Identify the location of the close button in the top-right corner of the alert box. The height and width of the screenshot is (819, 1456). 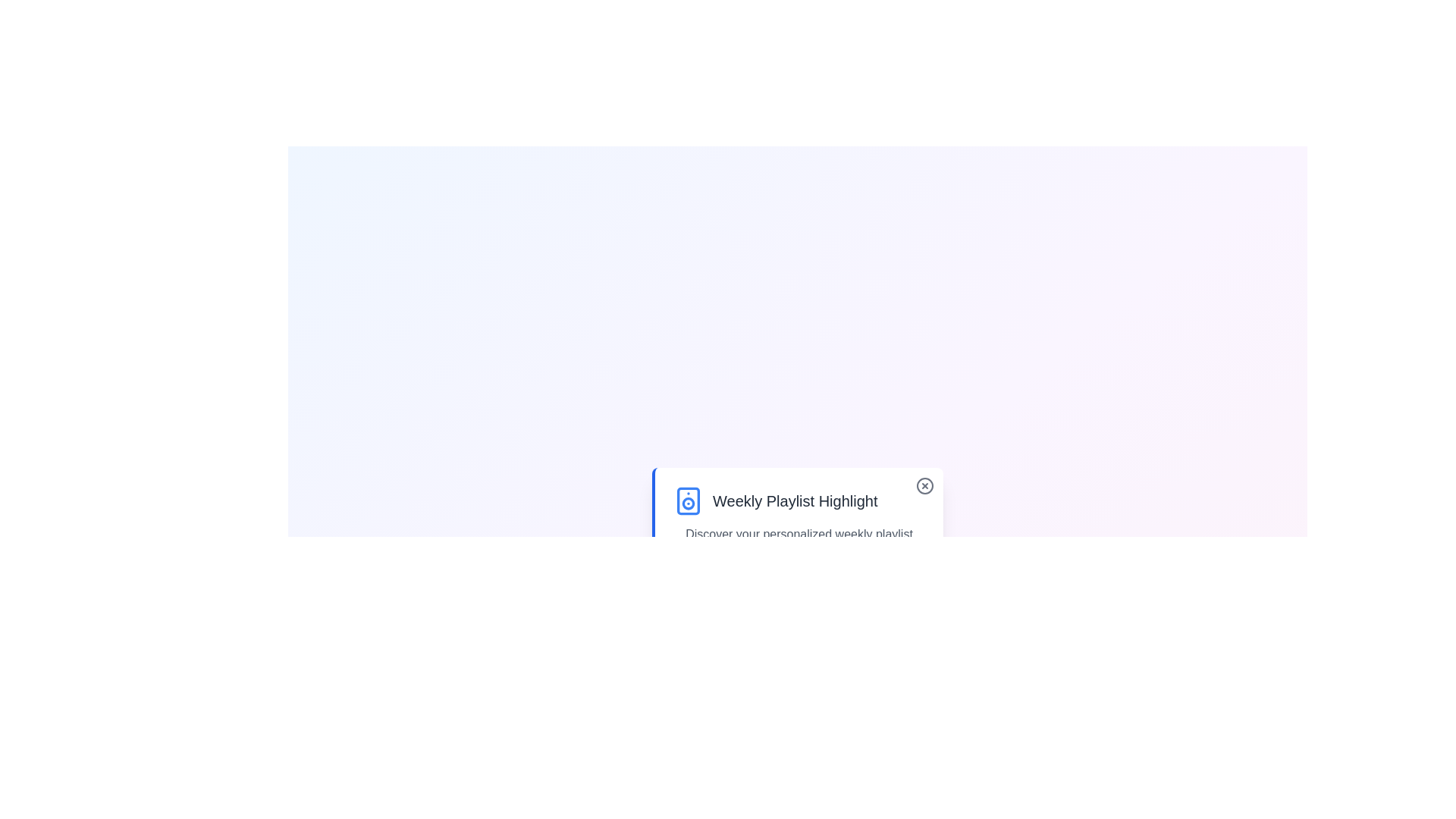
(924, 485).